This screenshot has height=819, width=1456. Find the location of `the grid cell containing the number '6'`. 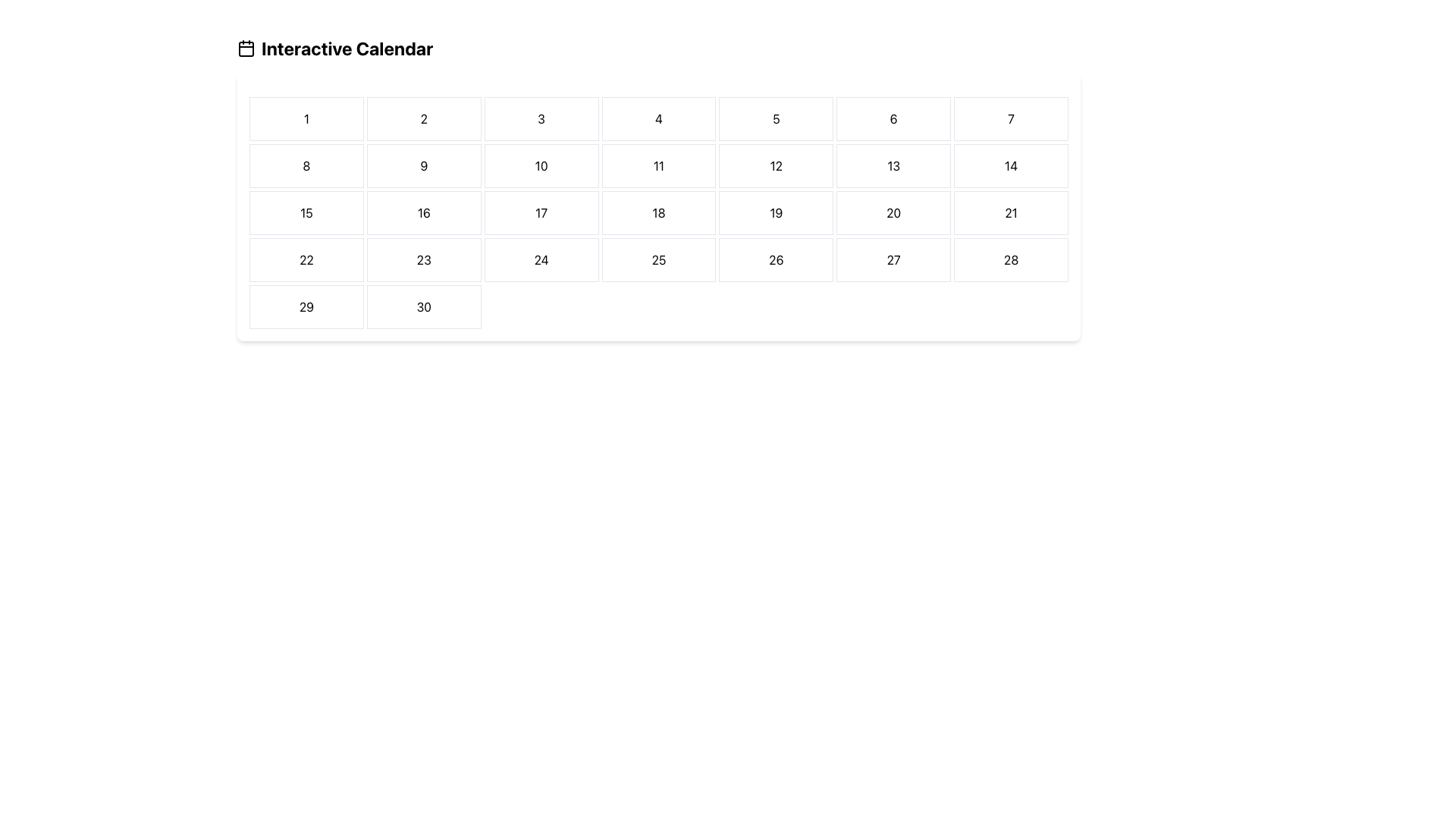

the grid cell containing the number '6' is located at coordinates (893, 118).